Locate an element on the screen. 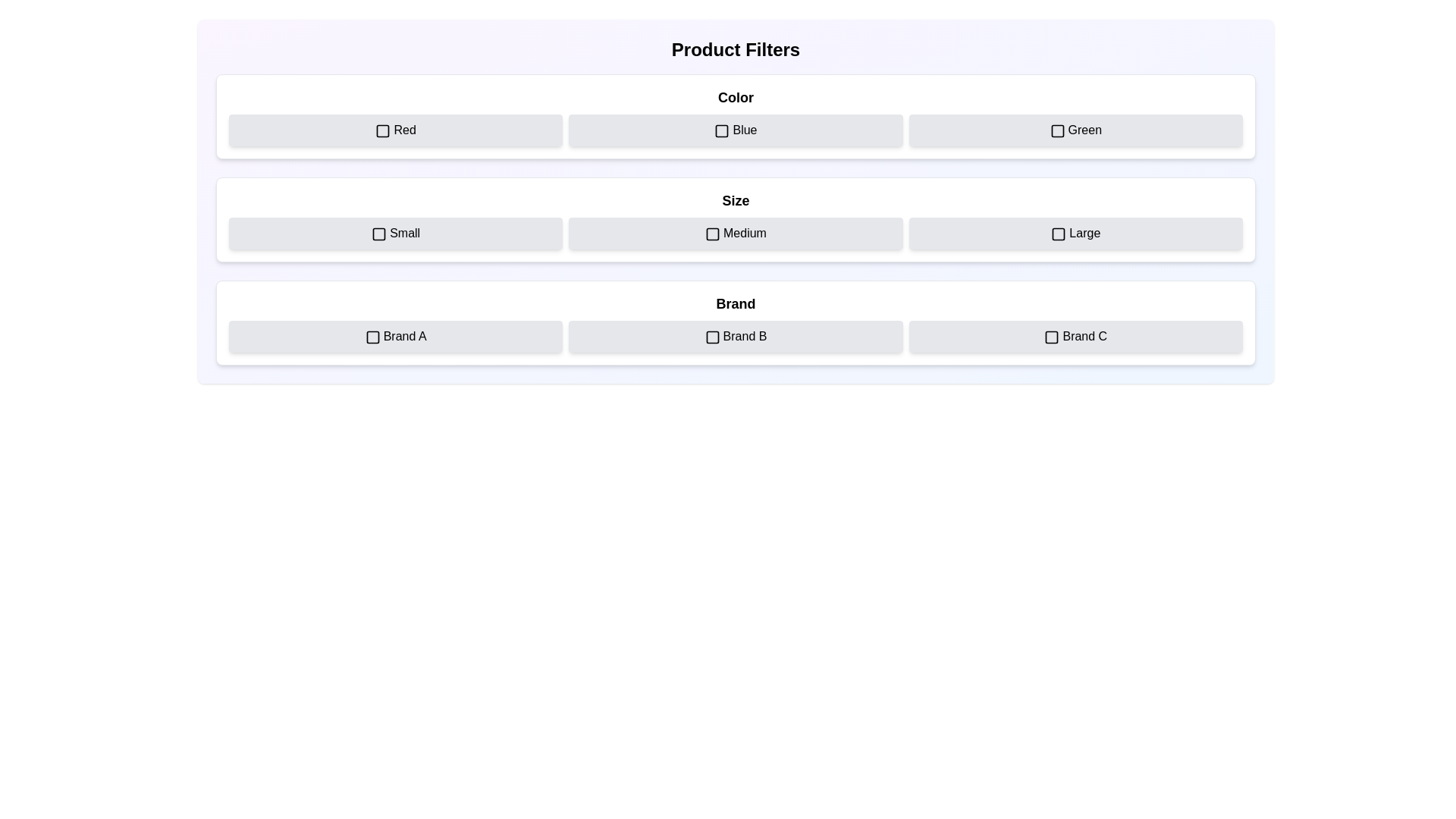 The height and width of the screenshot is (819, 1456). the 'Blue' Checkbox button is located at coordinates (736, 130).